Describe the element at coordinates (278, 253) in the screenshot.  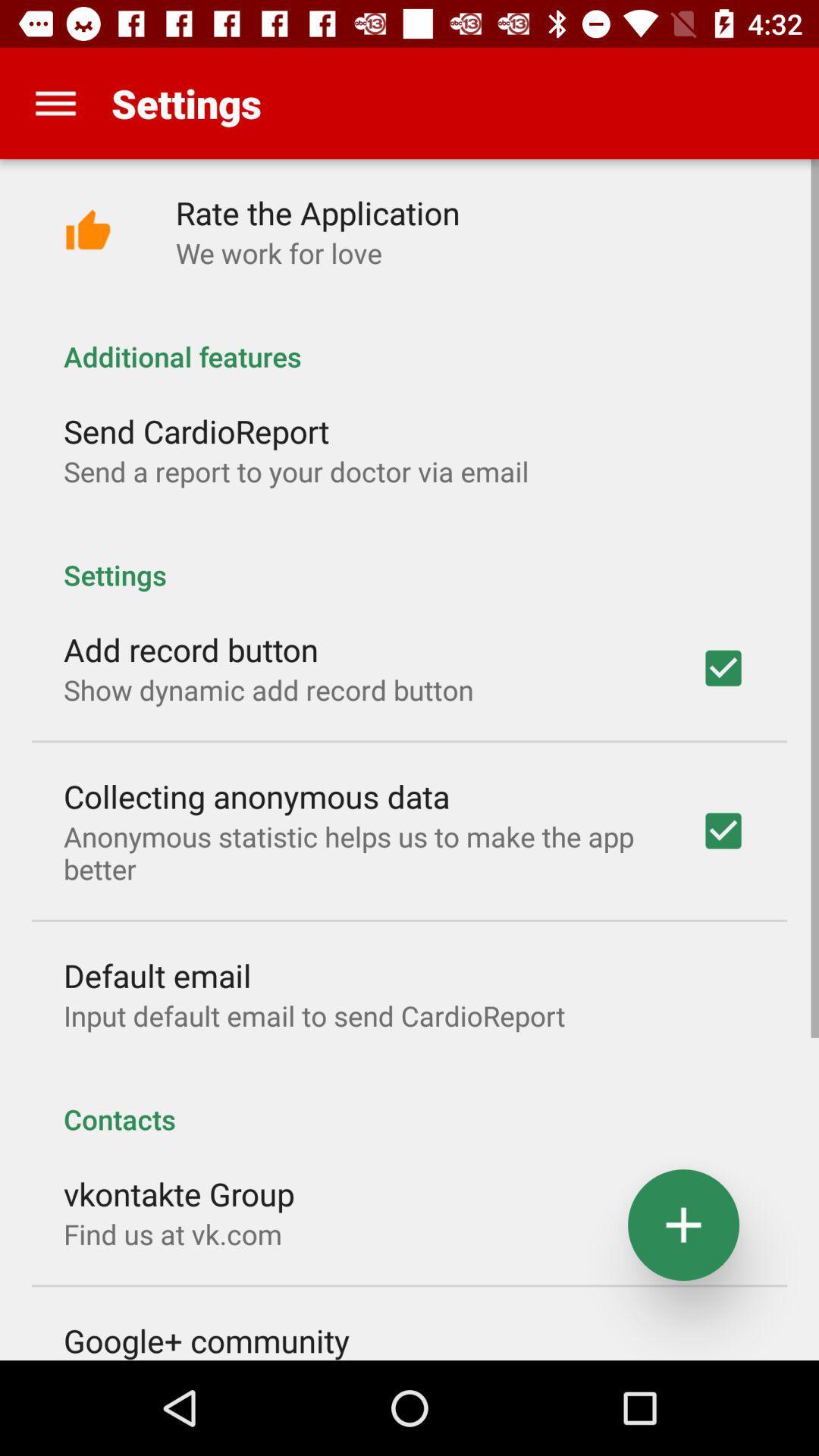
I see `icon above additional features app` at that location.